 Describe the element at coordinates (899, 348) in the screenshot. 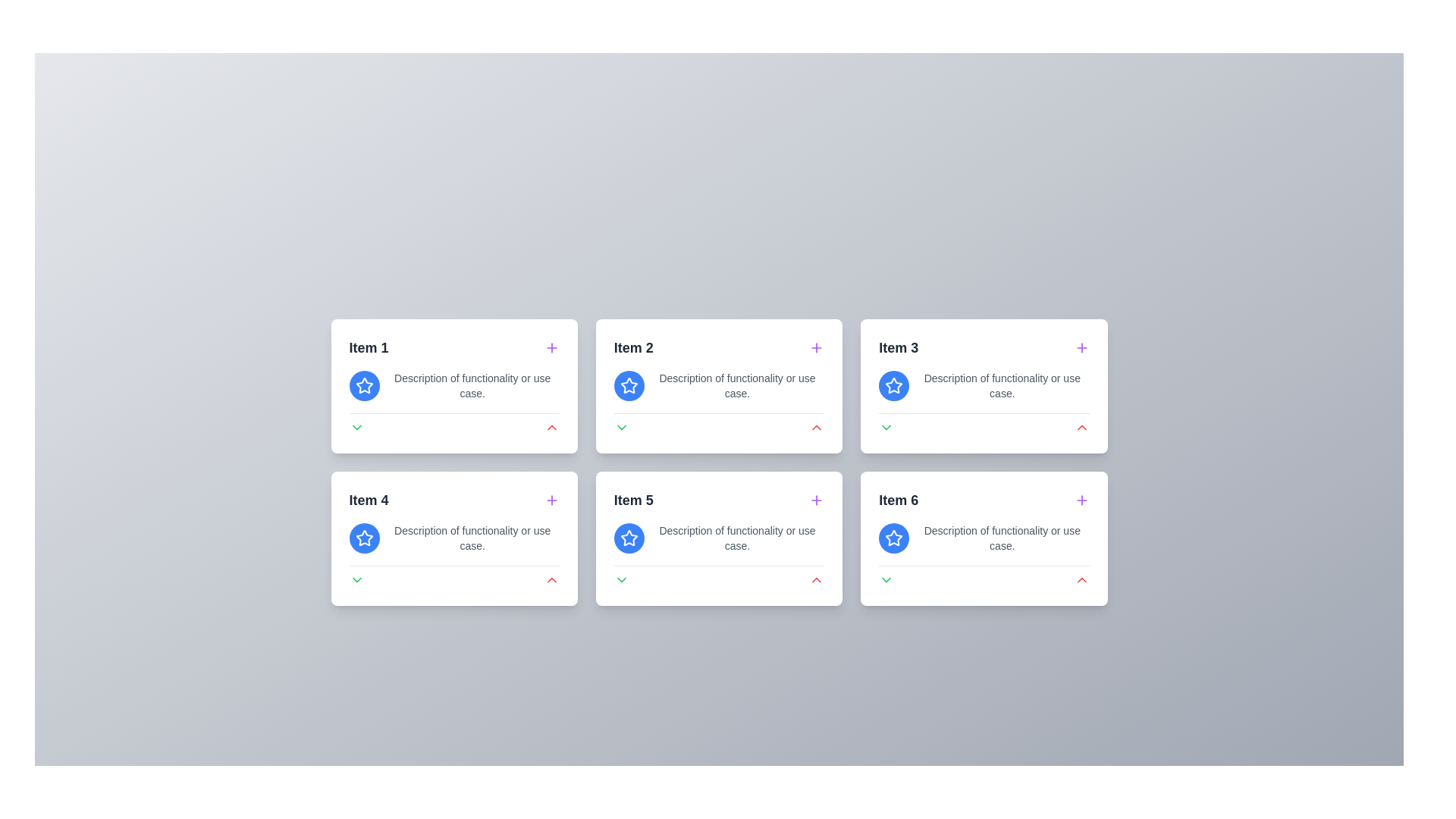

I see `the primary text header that identifies the third item in a grid of cards, positioned to the right of 'Item 2' and above 'Item 6'` at that location.